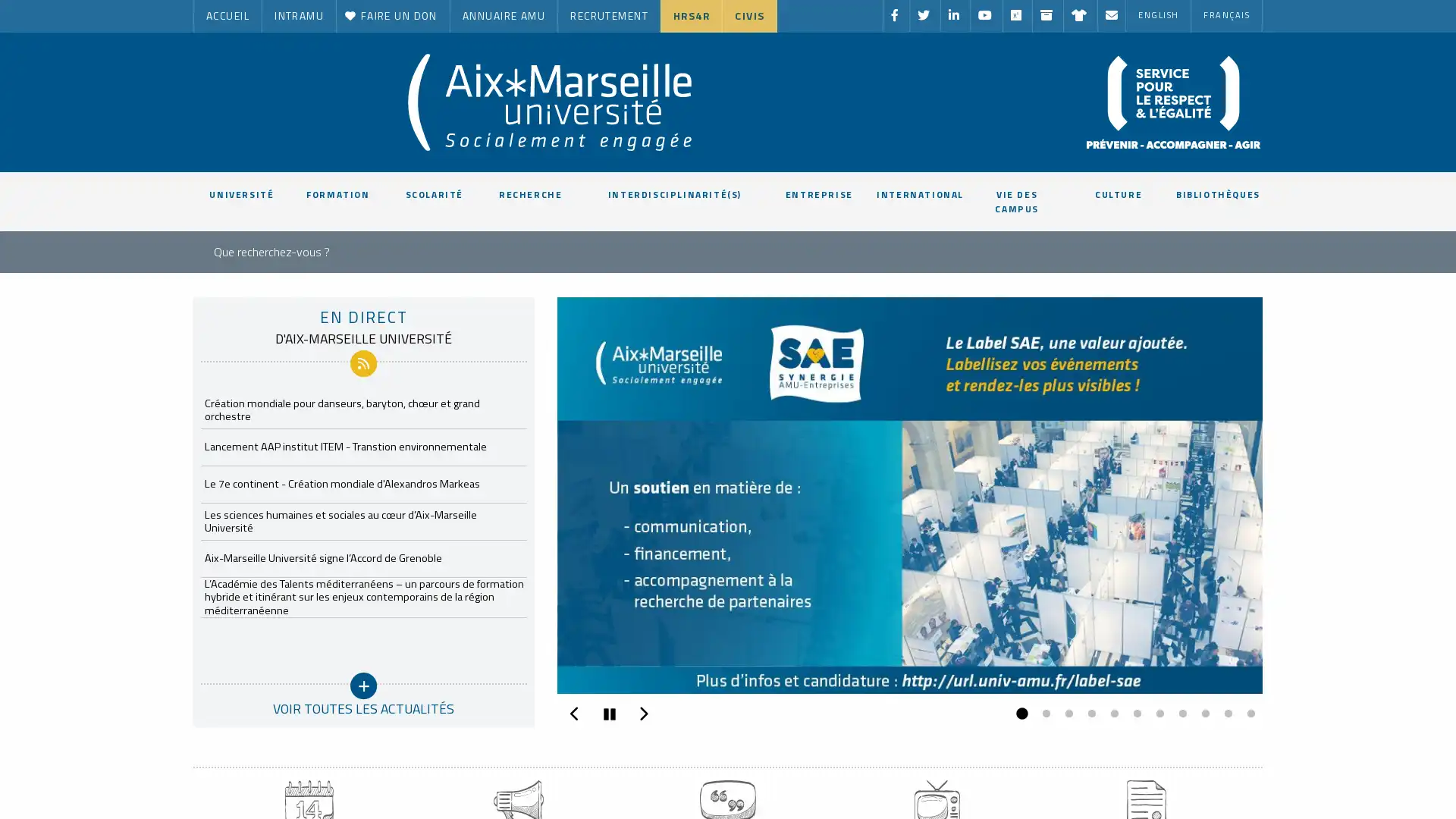  I want to click on Go to slide 4, so click(1087, 714).